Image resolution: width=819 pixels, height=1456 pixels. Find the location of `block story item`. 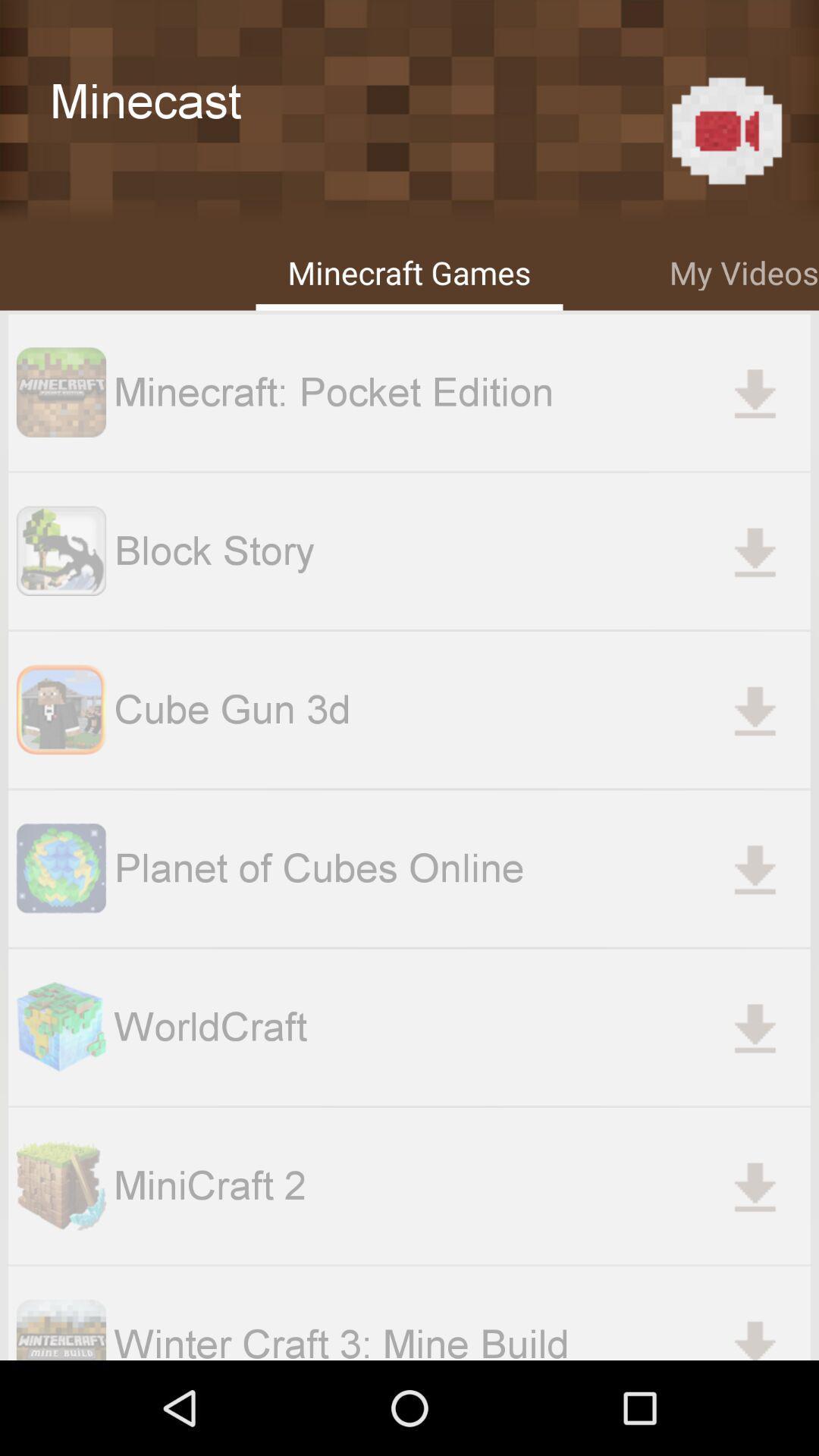

block story item is located at coordinates (461, 550).